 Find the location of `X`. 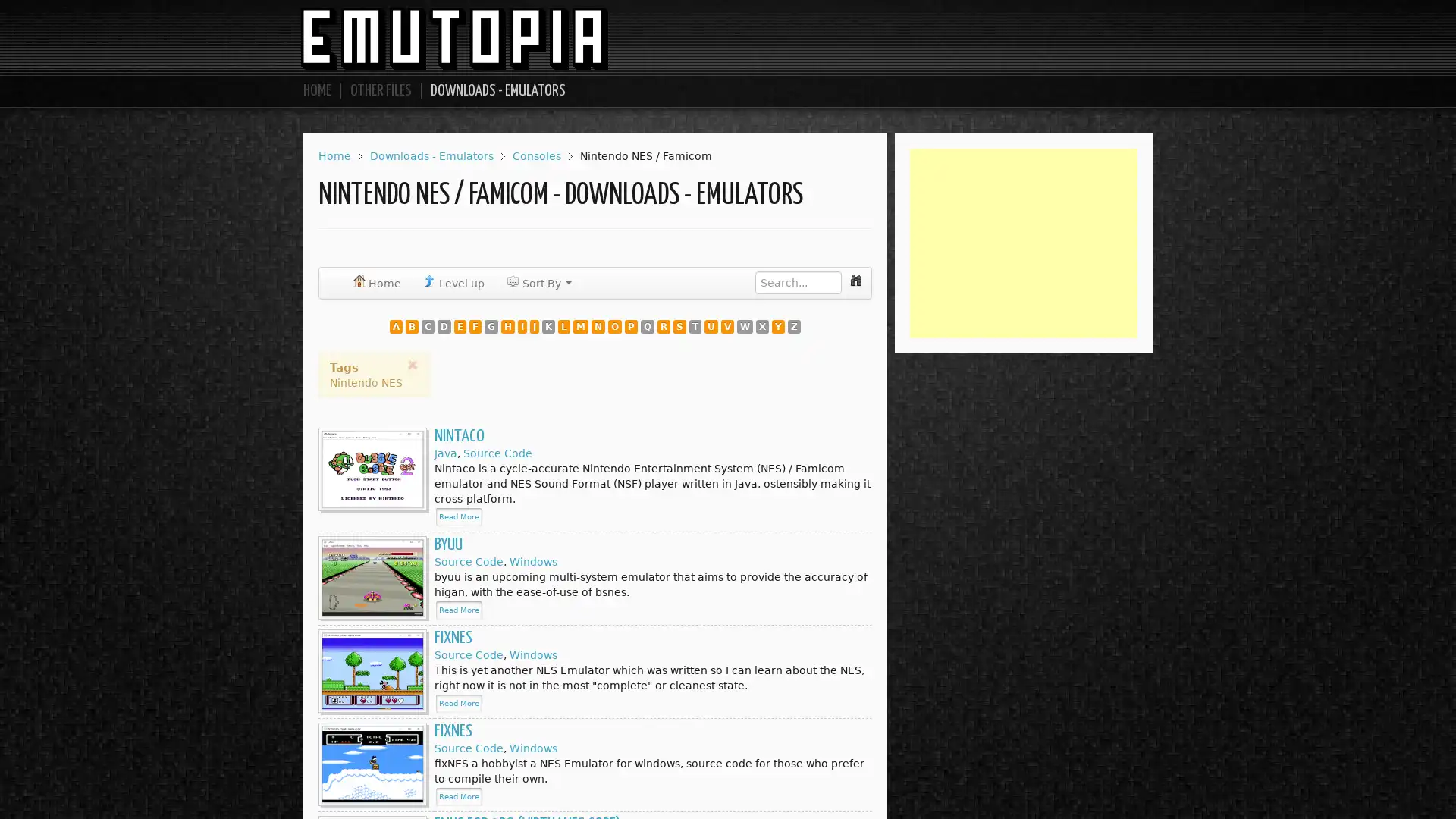

X is located at coordinates (412, 366).